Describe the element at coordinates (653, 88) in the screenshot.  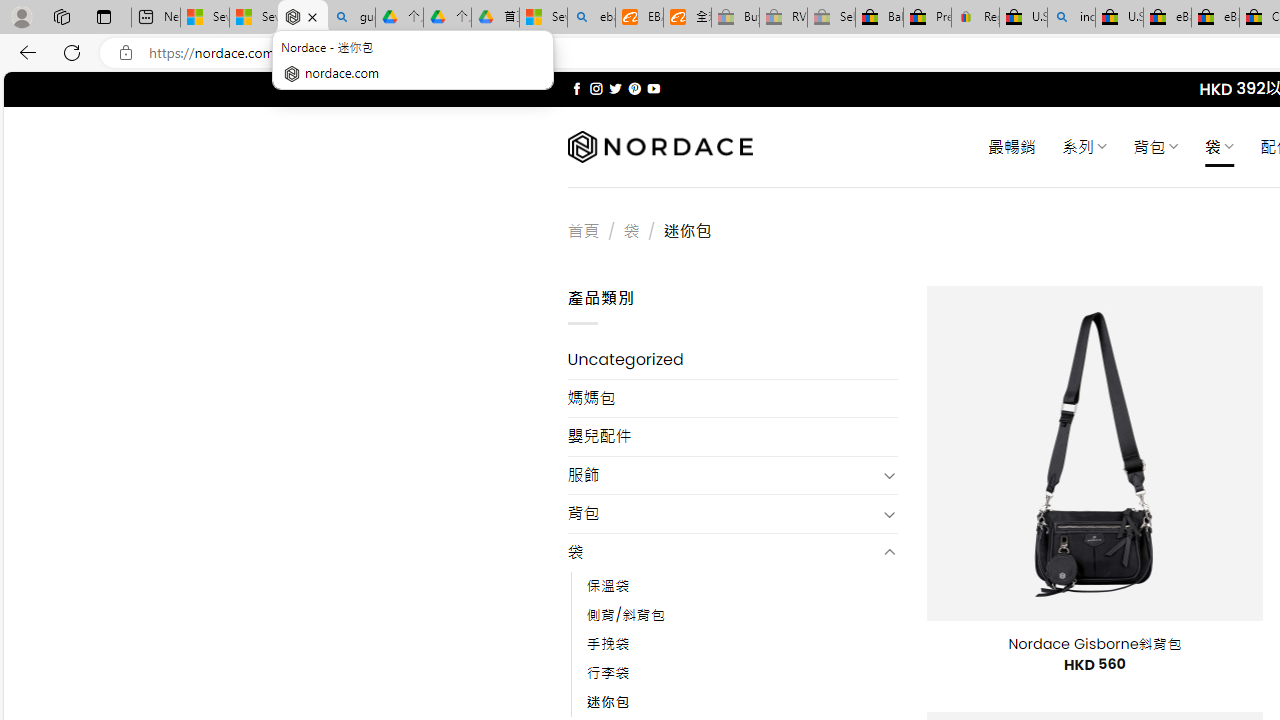
I see `'Follow on YouTube'` at that location.